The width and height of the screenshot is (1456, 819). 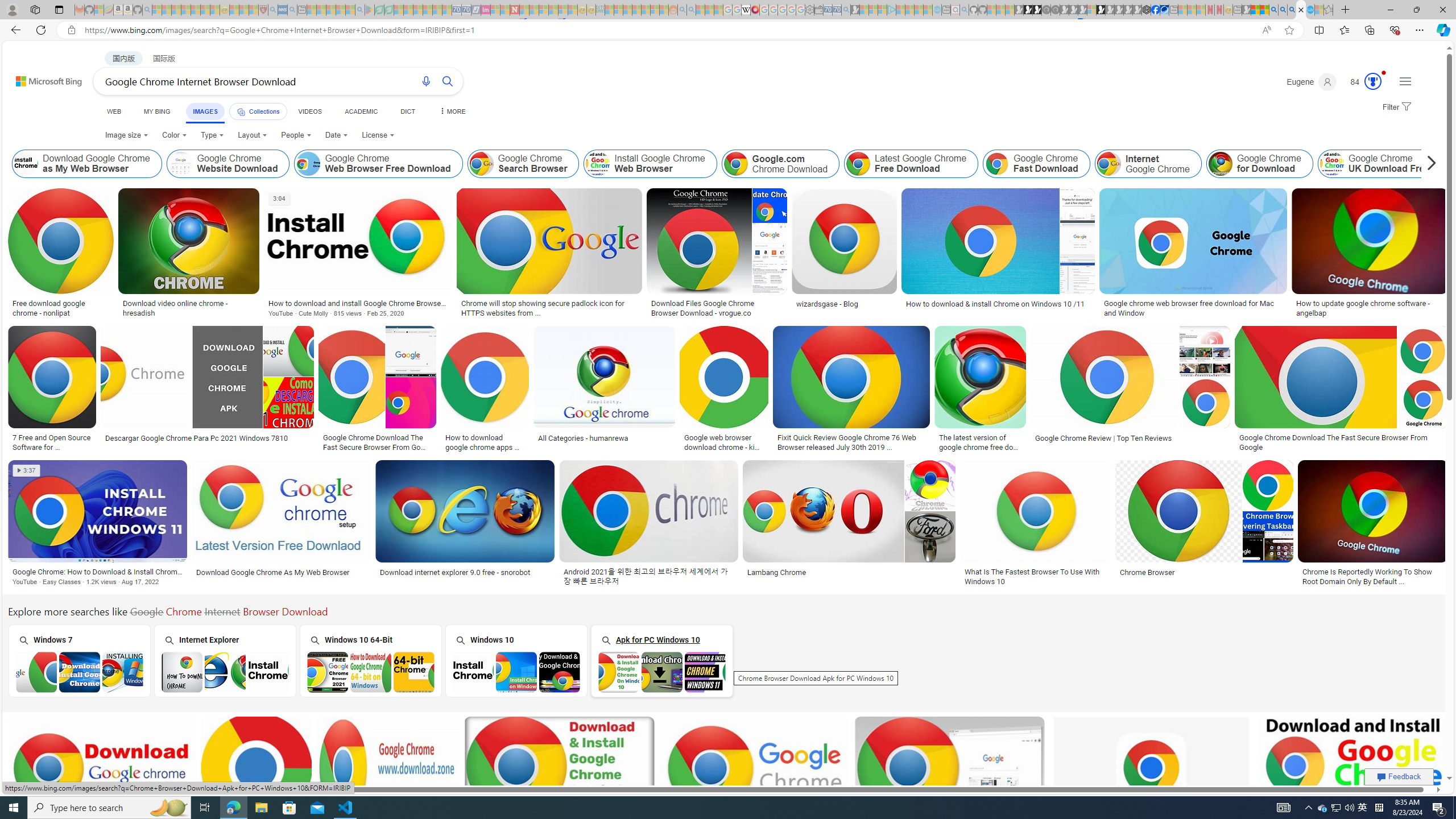 I want to click on 'All Categories - humanrewaSave', so click(x=606, y=390).